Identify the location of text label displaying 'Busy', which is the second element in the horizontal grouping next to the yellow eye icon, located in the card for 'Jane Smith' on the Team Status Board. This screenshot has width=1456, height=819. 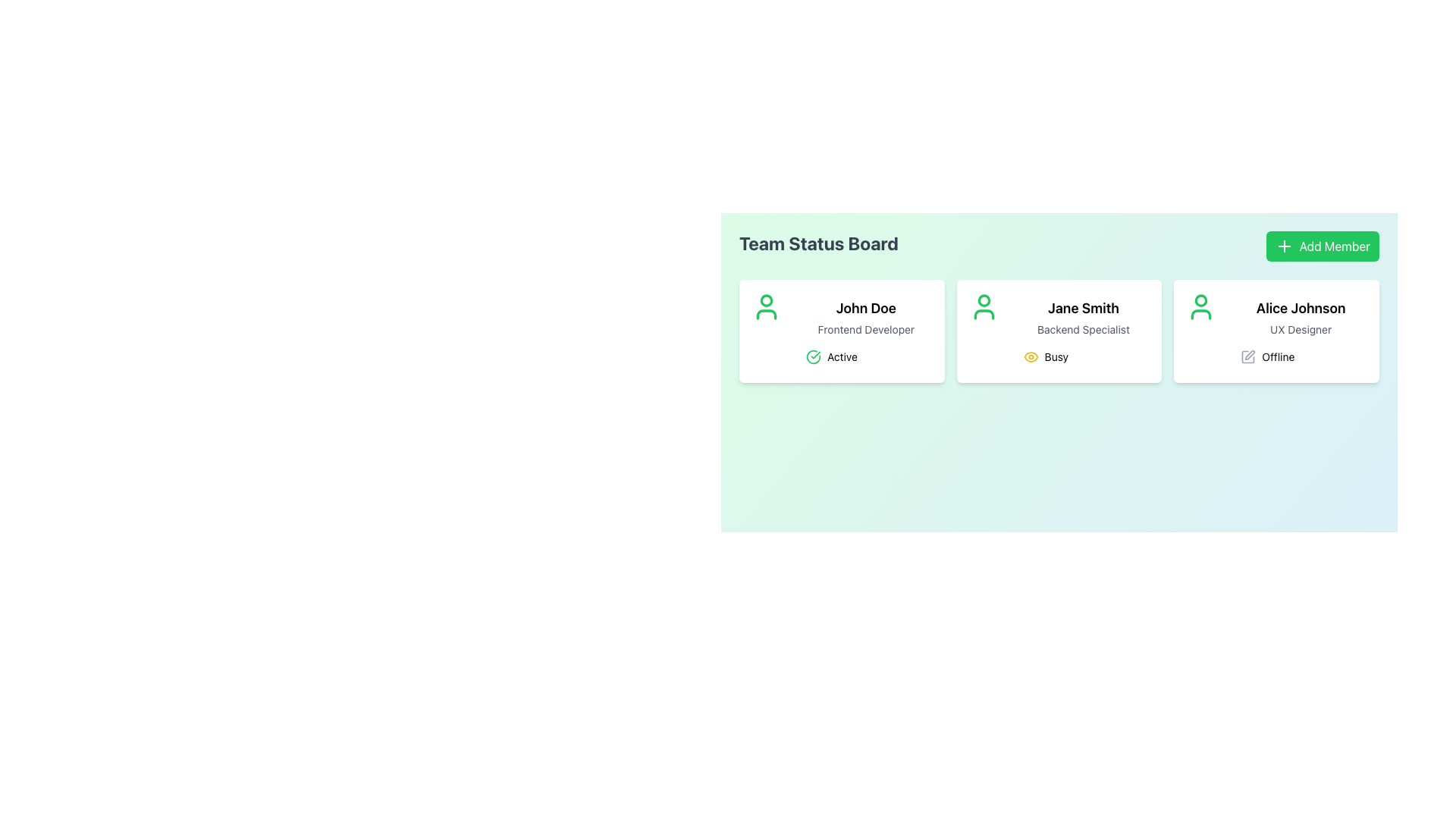
(1056, 356).